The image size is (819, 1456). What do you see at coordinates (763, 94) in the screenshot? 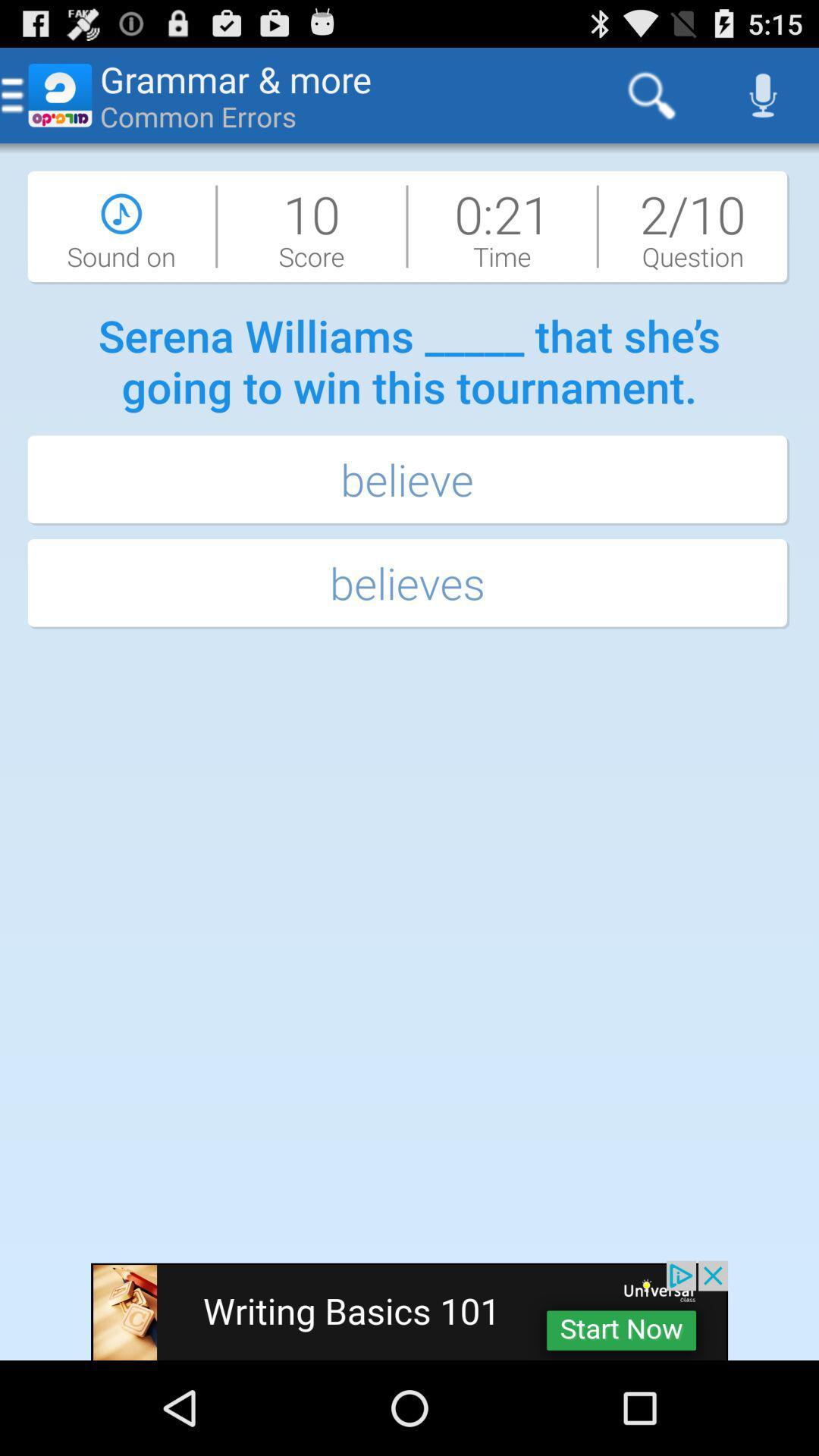
I see `the speaker` at bounding box center [763, 94].